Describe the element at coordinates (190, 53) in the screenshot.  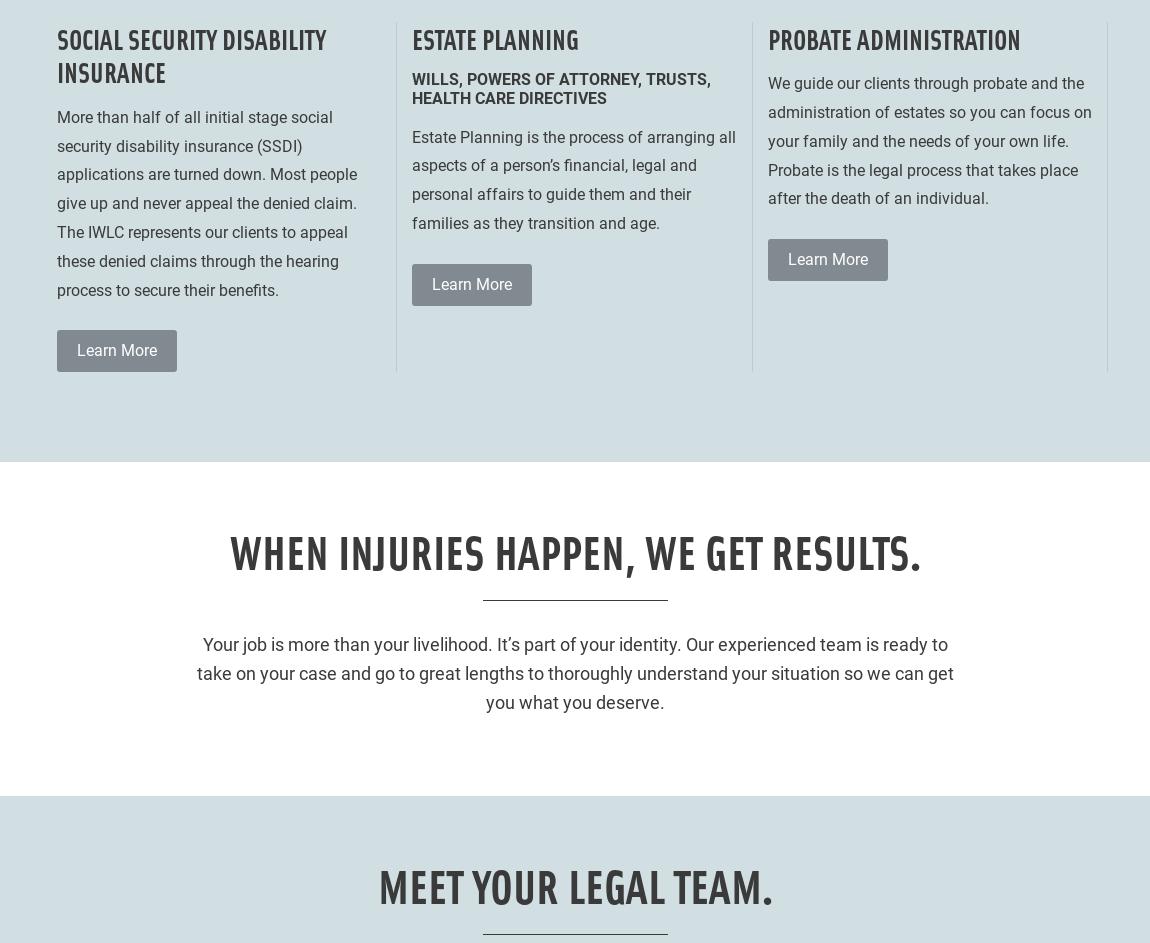
I see `'Social Security Disability Insurance'` at that location.